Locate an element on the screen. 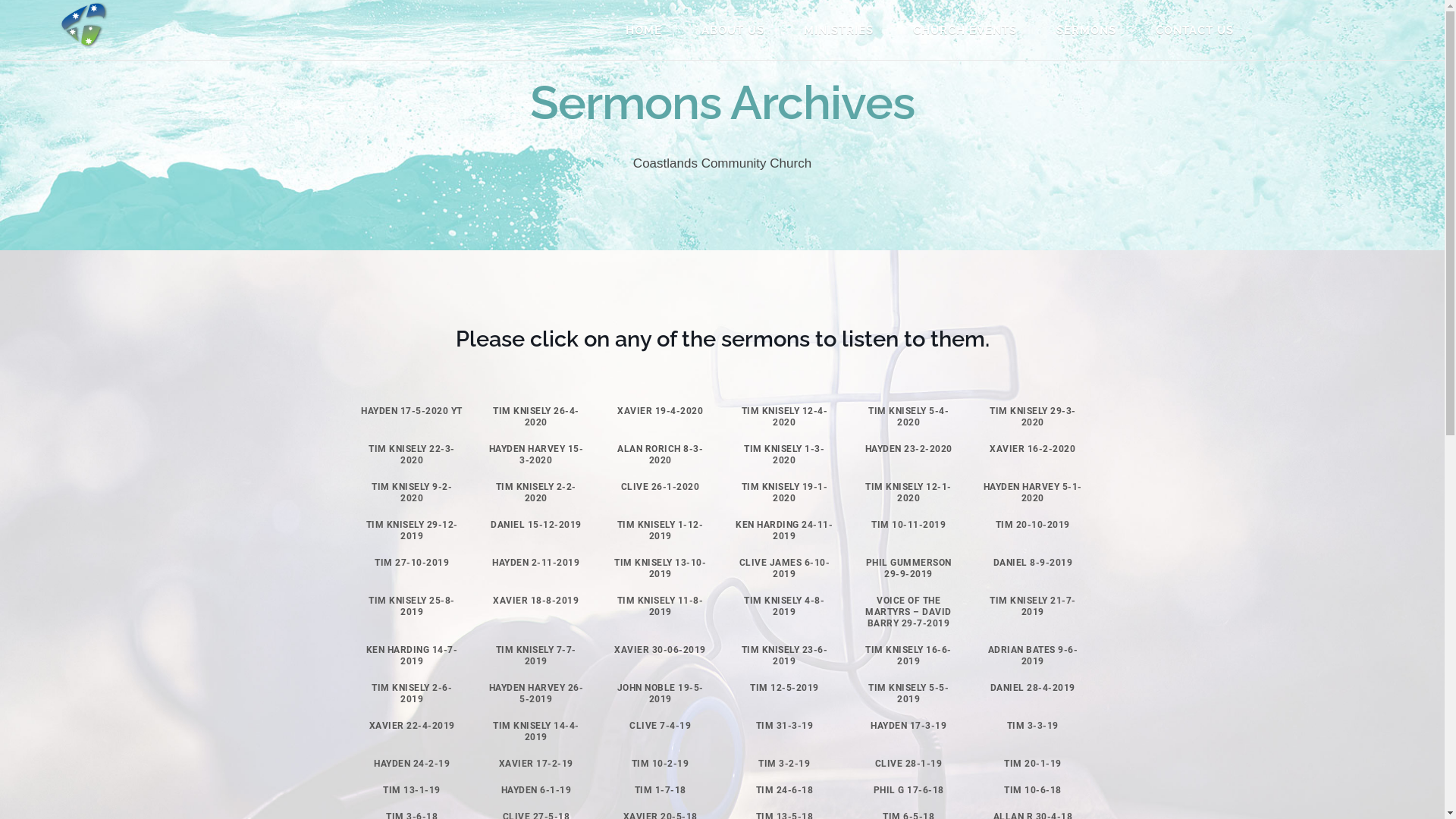 This screenshot has width=1456, height=819. 'DANIEL 8-9-2019' is located at coordinates (993, 562).